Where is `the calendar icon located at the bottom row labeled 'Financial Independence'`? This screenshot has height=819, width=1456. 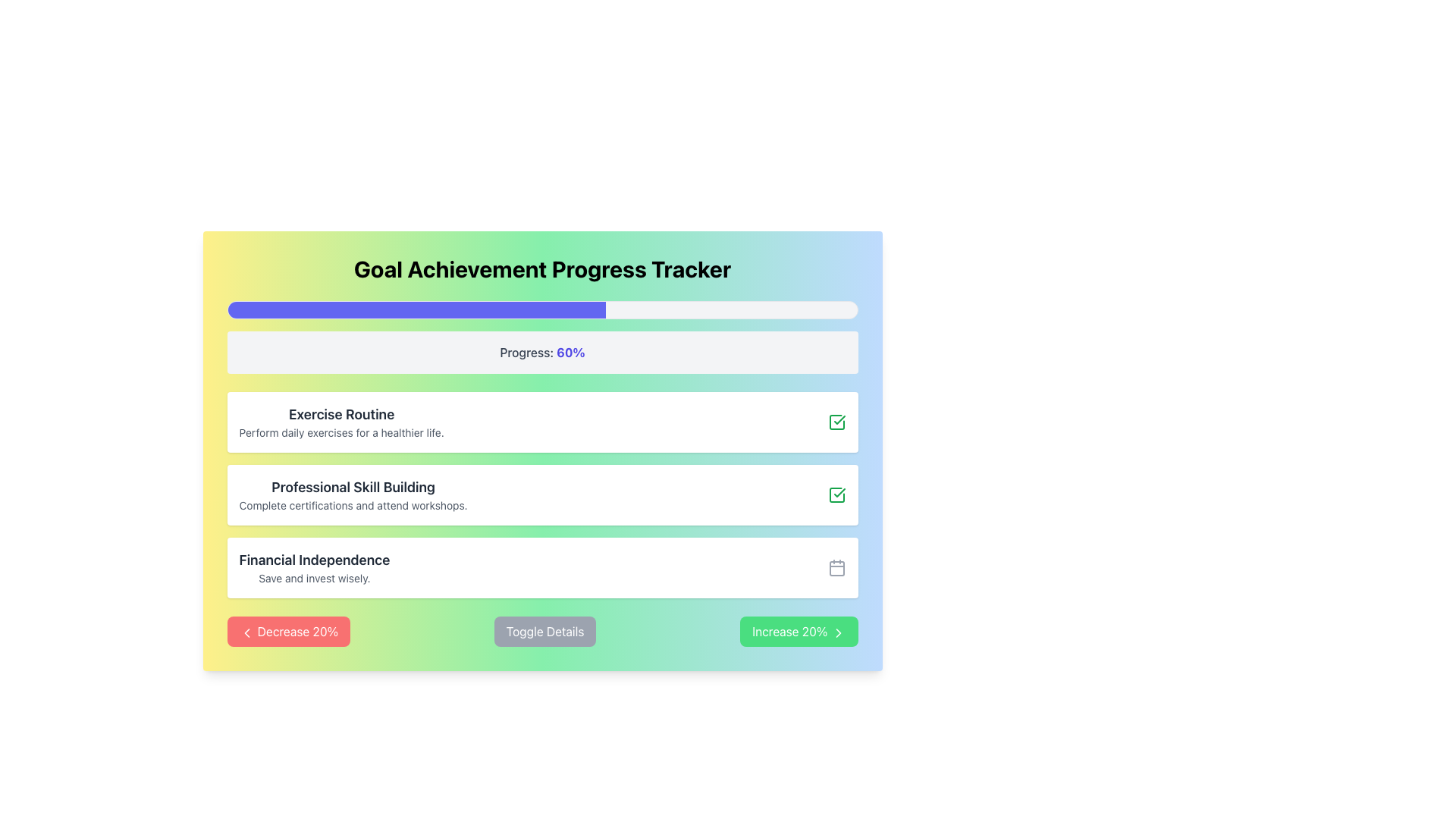 the calendar icon located at the bottom row labeled 'Financial Independence' is located at coordinates (836, 568).